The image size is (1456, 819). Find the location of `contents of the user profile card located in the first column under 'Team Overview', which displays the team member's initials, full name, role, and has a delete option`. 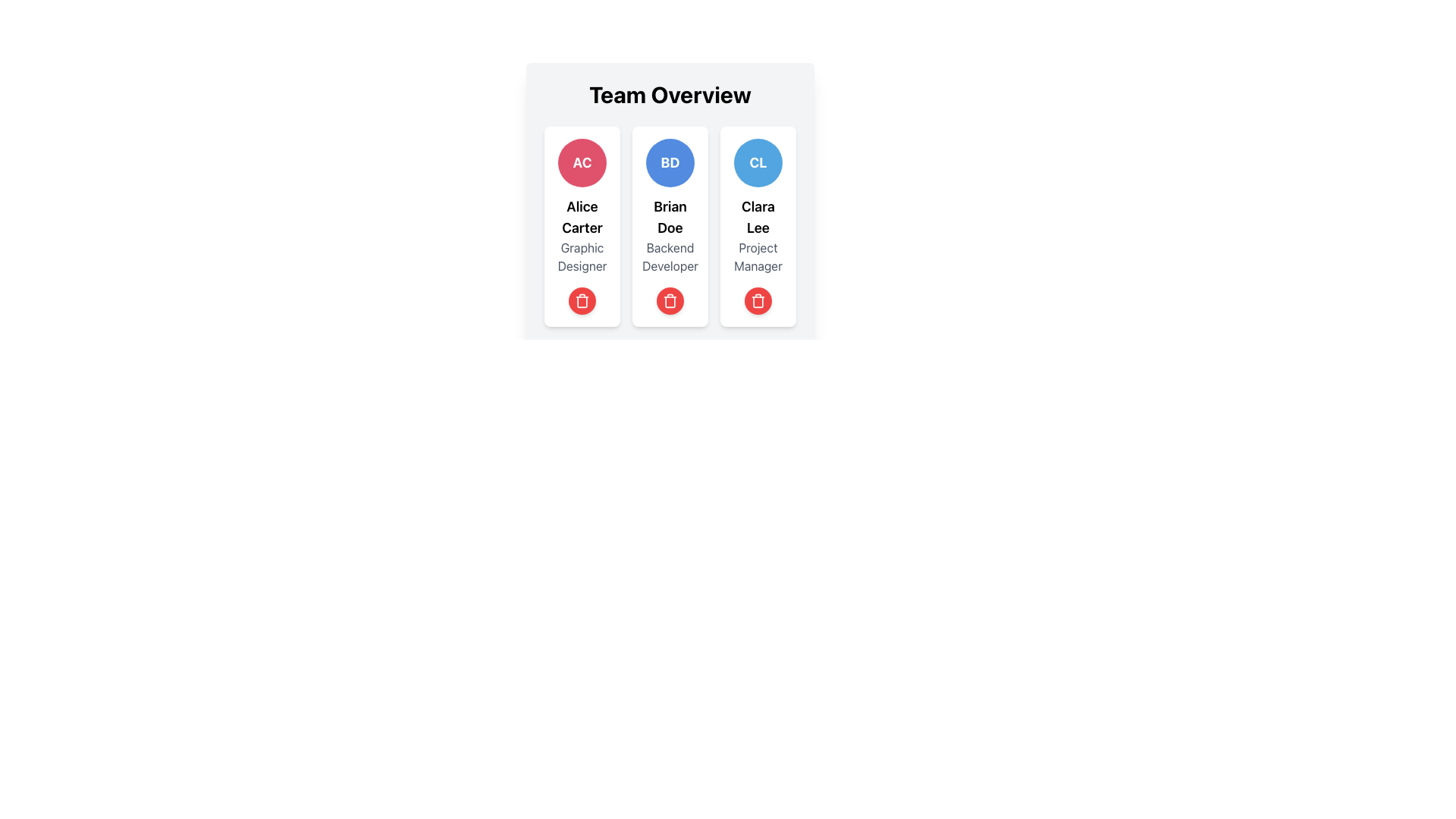

contents of the user profile card located in the first column under 'Team Overview', which displays the team member's initials, full name, role, and has a delete option is located at coordinates (582, 227).